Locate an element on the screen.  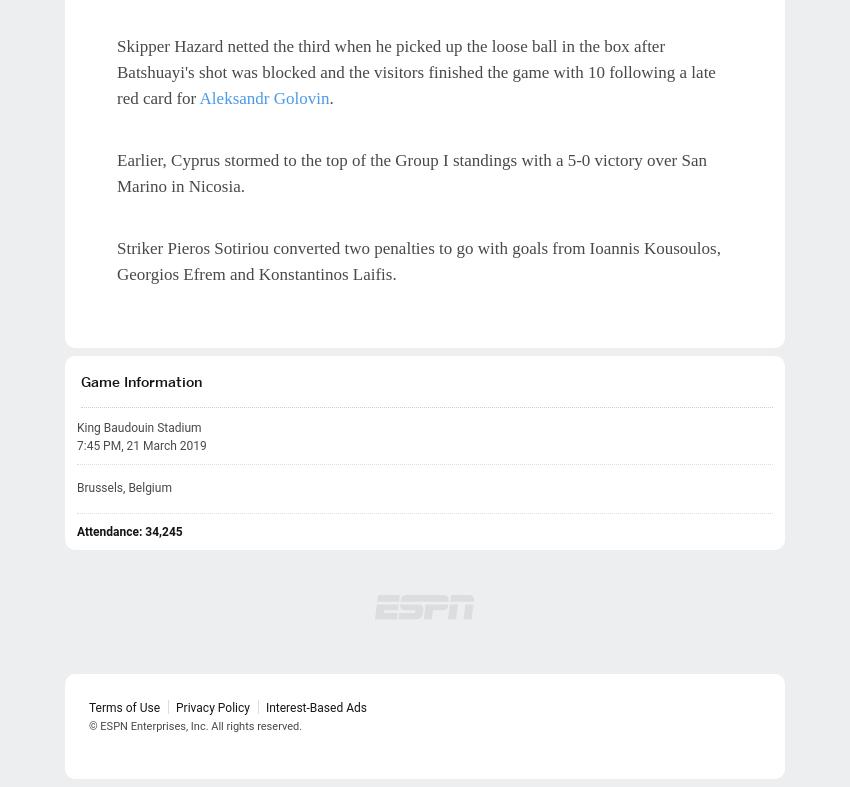
'21 March 2019' is located at coordinates (166, 444).